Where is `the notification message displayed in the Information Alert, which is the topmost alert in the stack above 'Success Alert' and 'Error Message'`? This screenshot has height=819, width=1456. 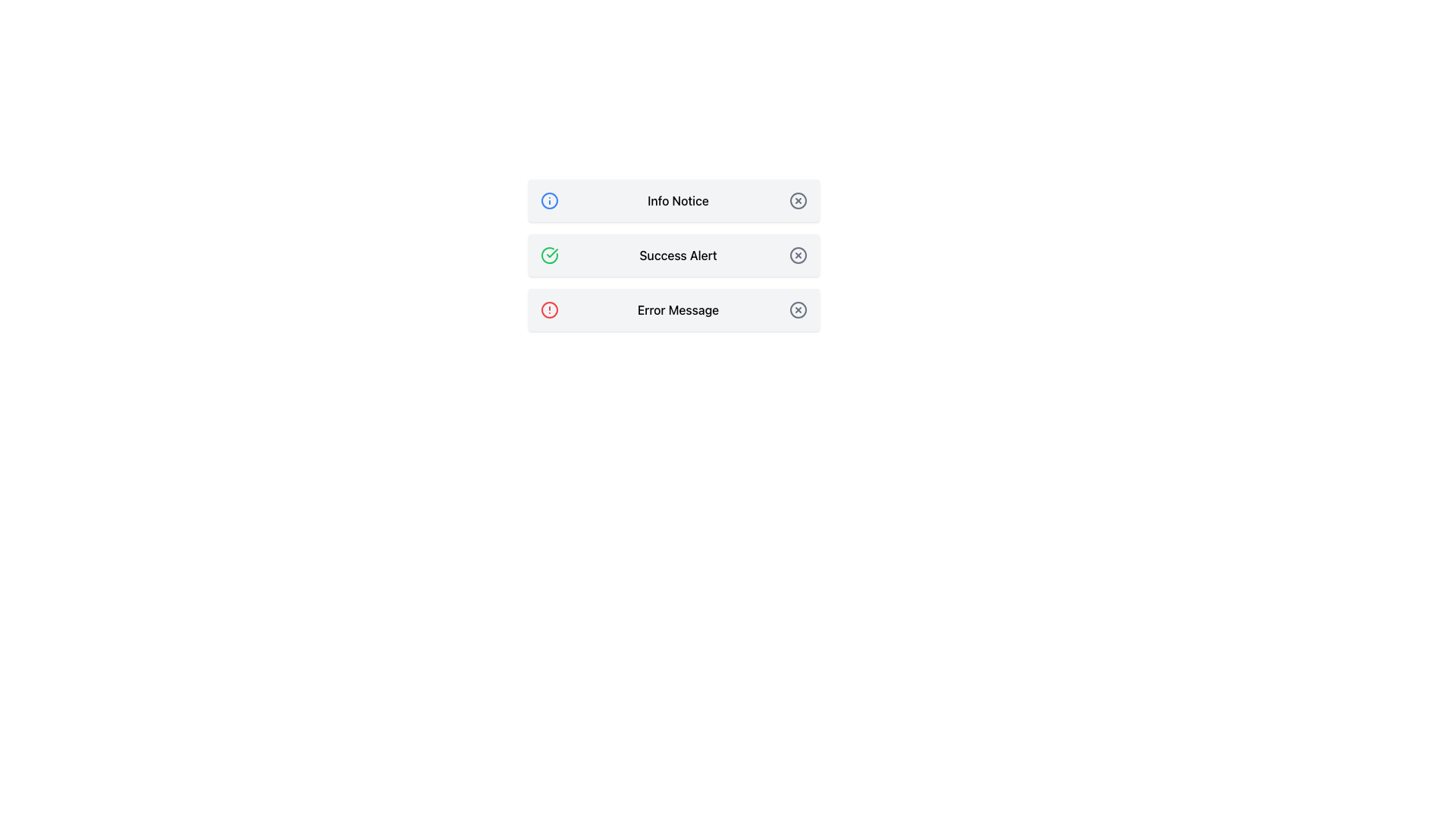 the notification message displayed in the Information Alert, which is the topmost alert in the stack above 'Success Alert' and 'Error Message' is located at coordinates (673, 200).